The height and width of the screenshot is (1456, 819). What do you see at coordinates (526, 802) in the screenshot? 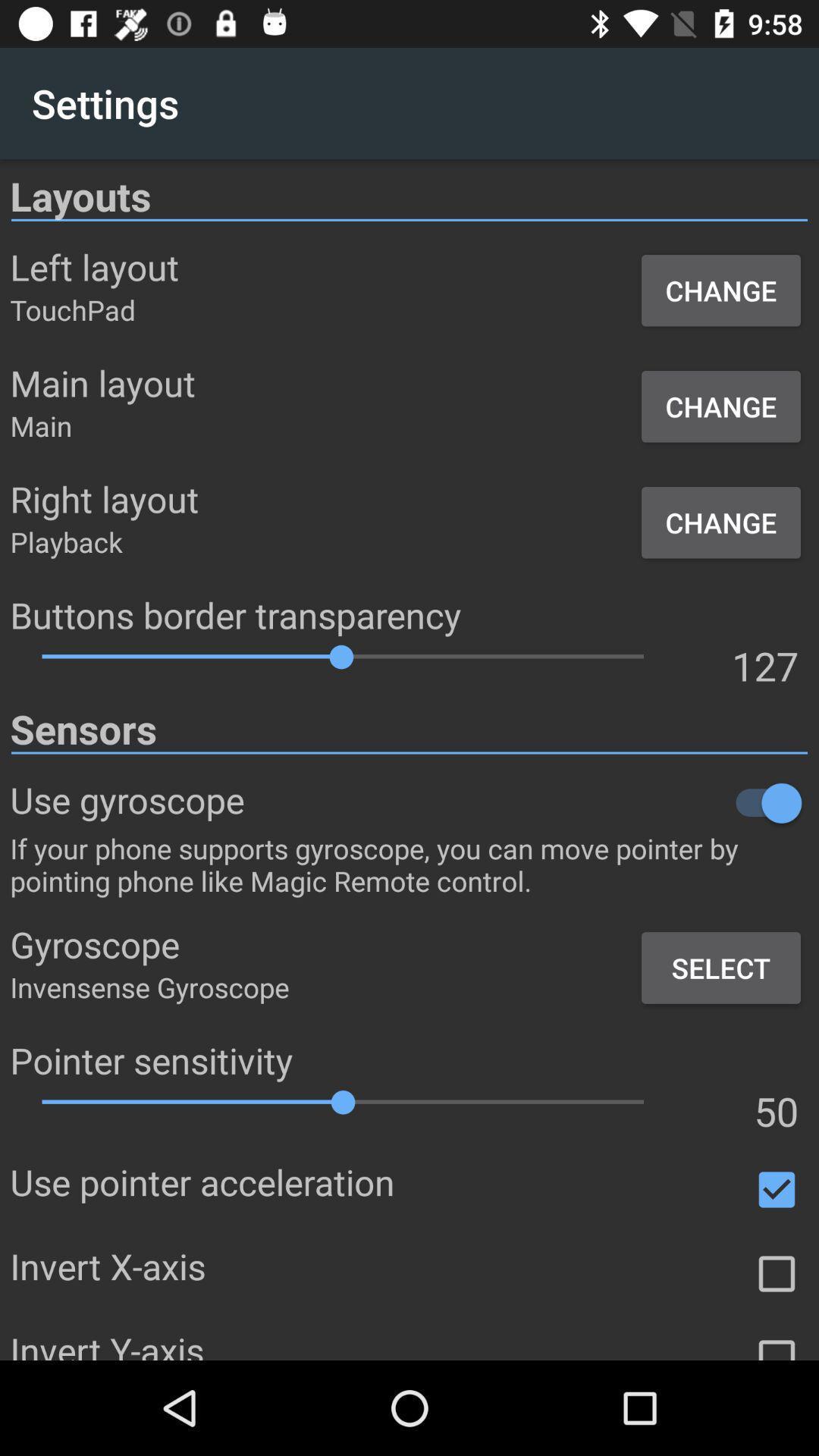
I see `slide off` at bounding box center [526, 802].